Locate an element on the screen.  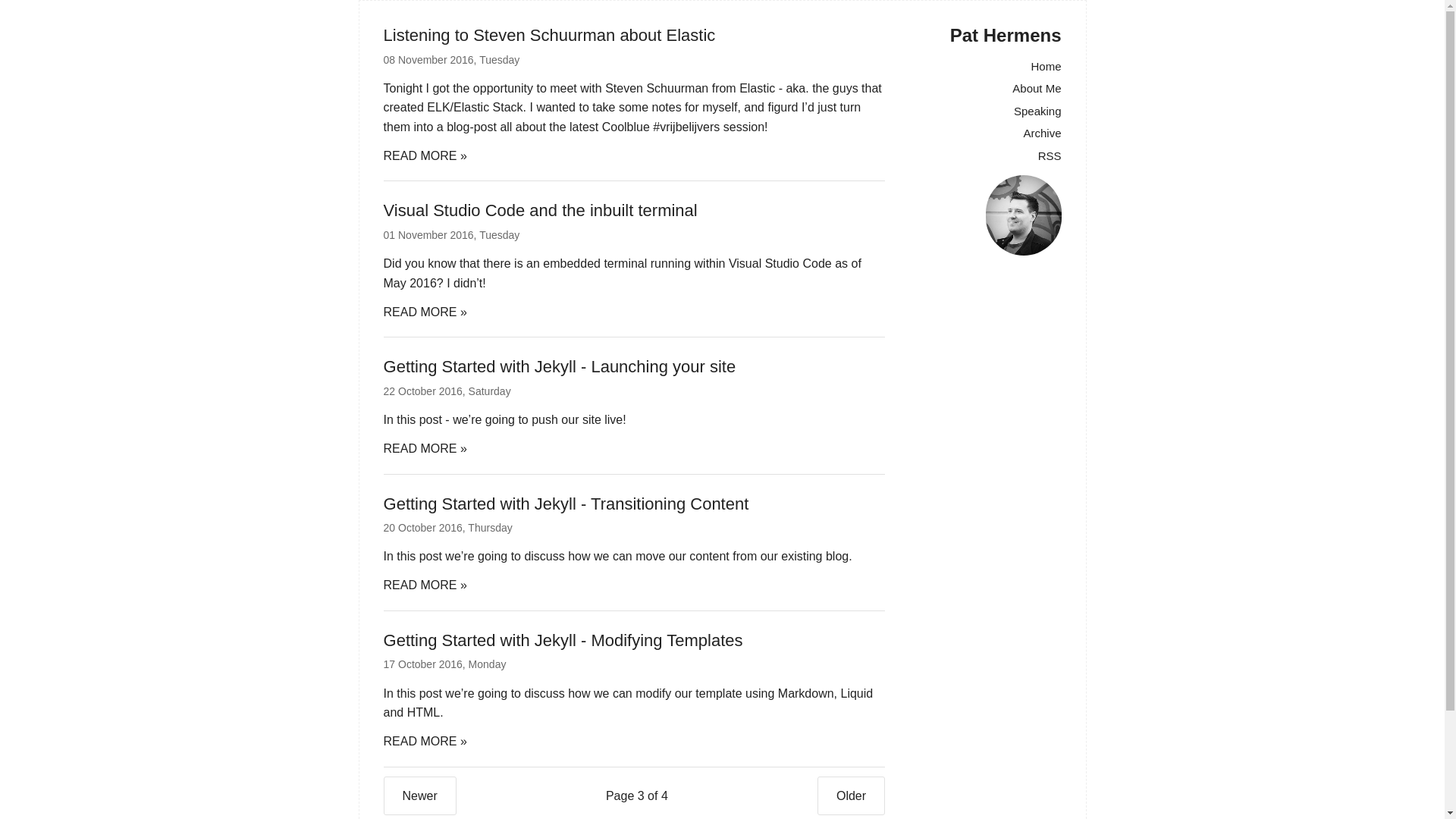
'Home' is located at coordinates (1044, 65).